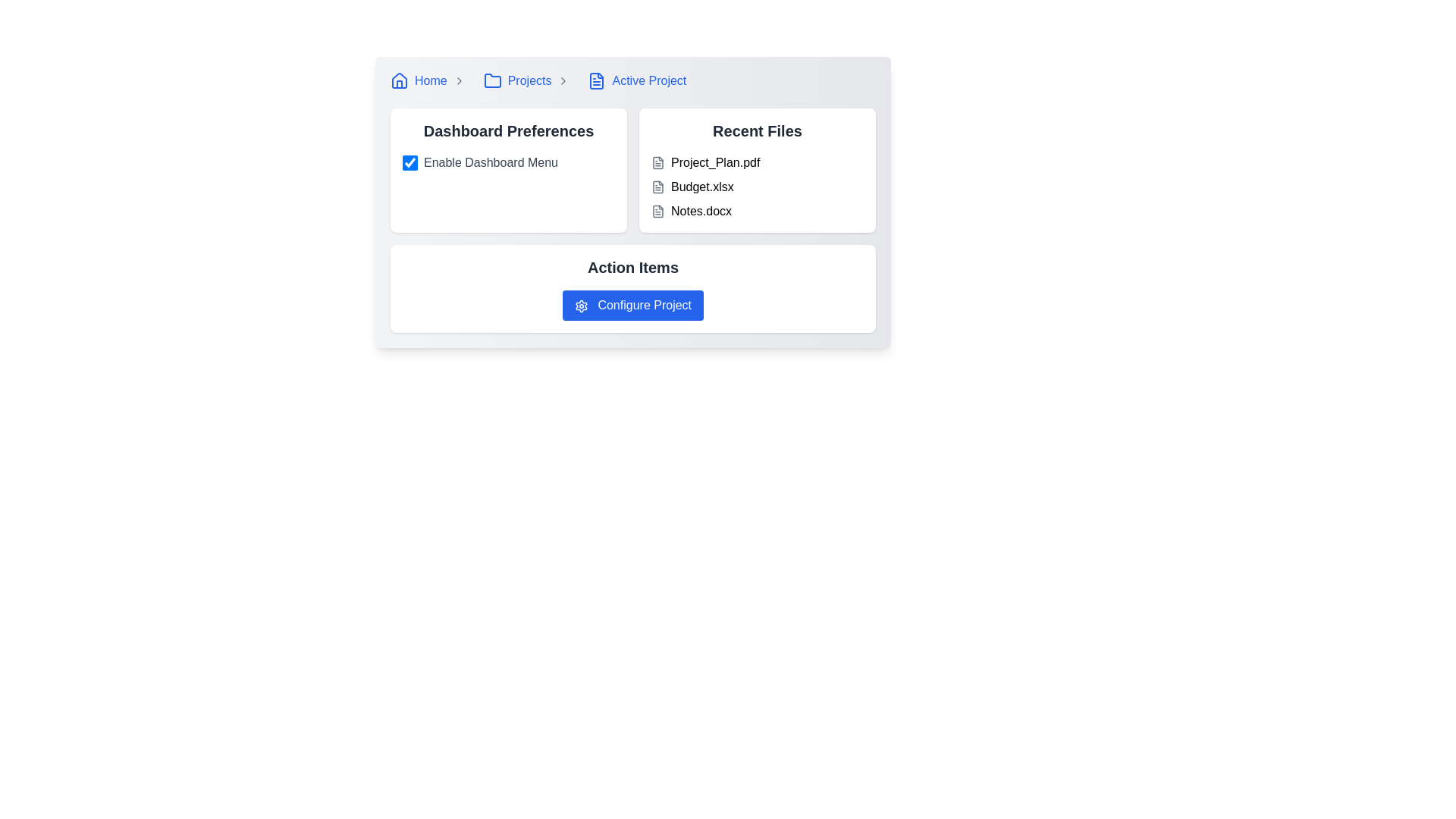  What do you see at coordinates (658, 211) in the screenshot?
I see `the file outline icon representing 'Notes.docx' located in the 'Recent Files' section, which is positioned immediately before the text label 'Notes.docx'` at bounding box center [658, 211].